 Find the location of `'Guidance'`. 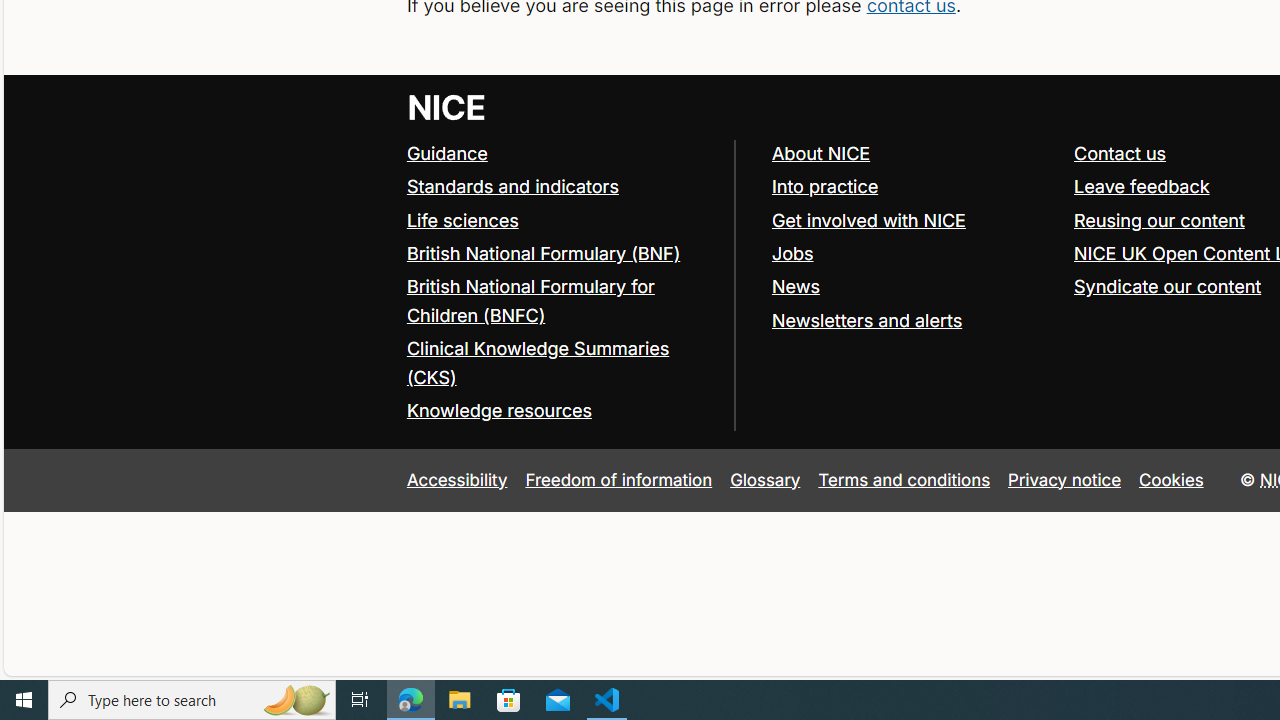

'Guidance' is located at coordinates (445, 152).